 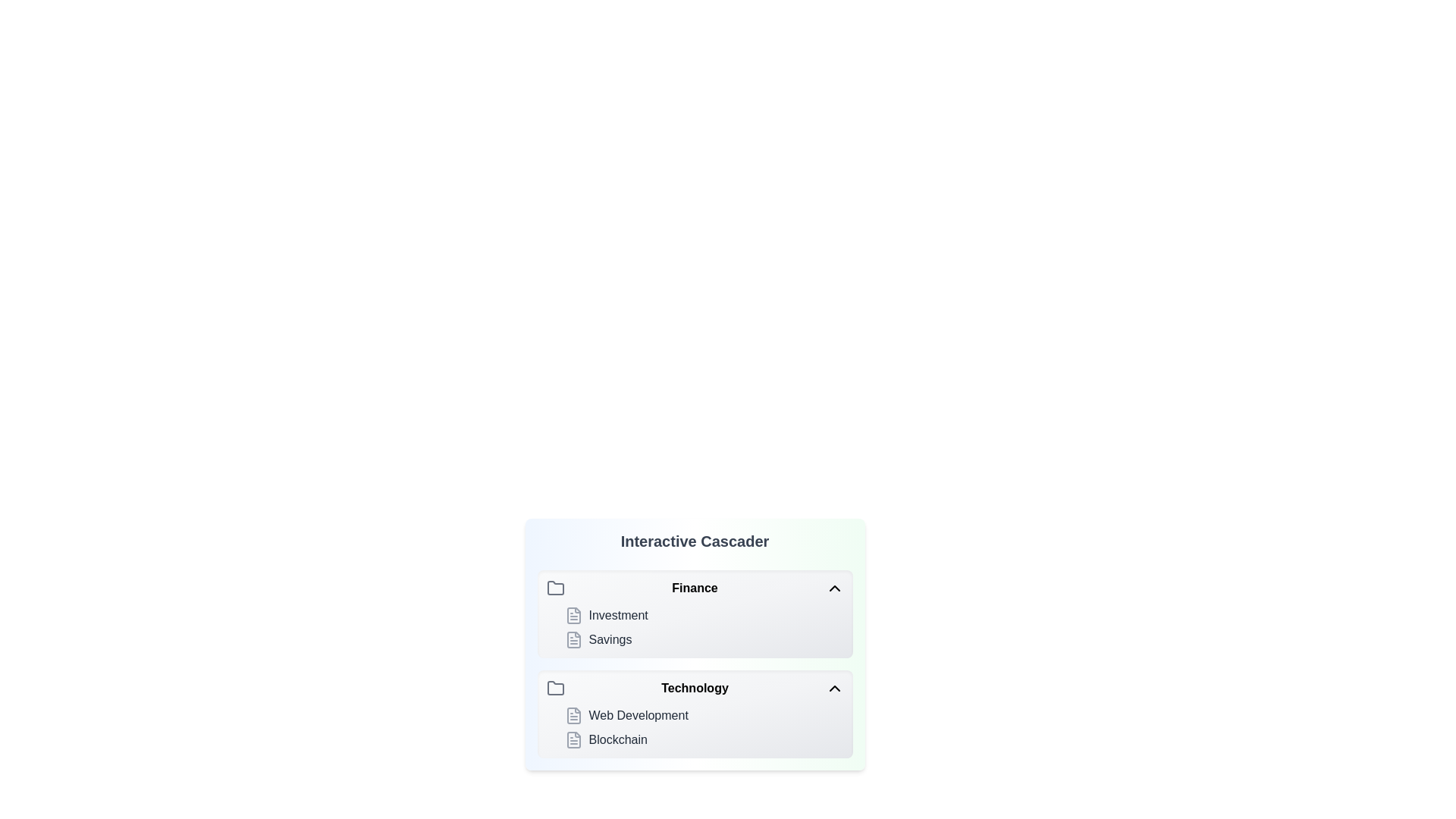 What do you see at coordinates (694, 540) in the screenshot?
I see `the header text element styled in bold gray color that displays 'Interactive Cascader', located at the top of the panel above categorized expandable items` at bounding box center [694, 540].